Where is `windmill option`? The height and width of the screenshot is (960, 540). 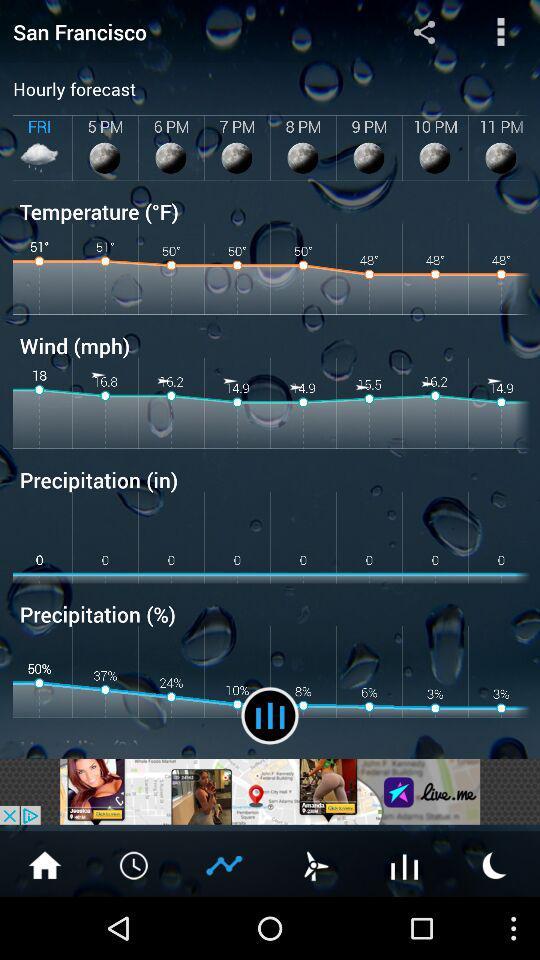
windmill option is located at coordinates (314, 863).